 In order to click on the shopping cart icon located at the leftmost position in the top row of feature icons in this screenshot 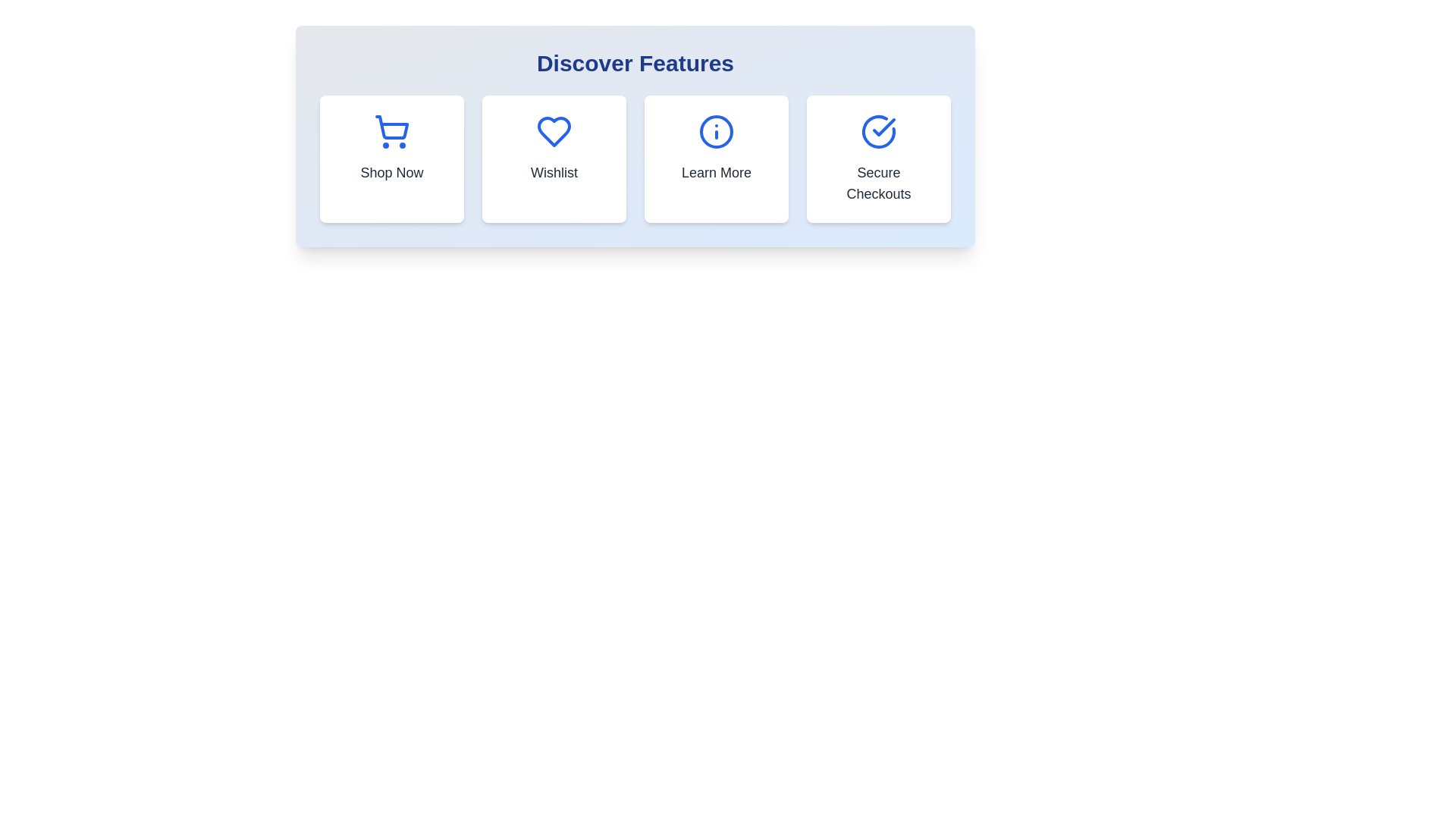, I will do `click(392, 127)`.